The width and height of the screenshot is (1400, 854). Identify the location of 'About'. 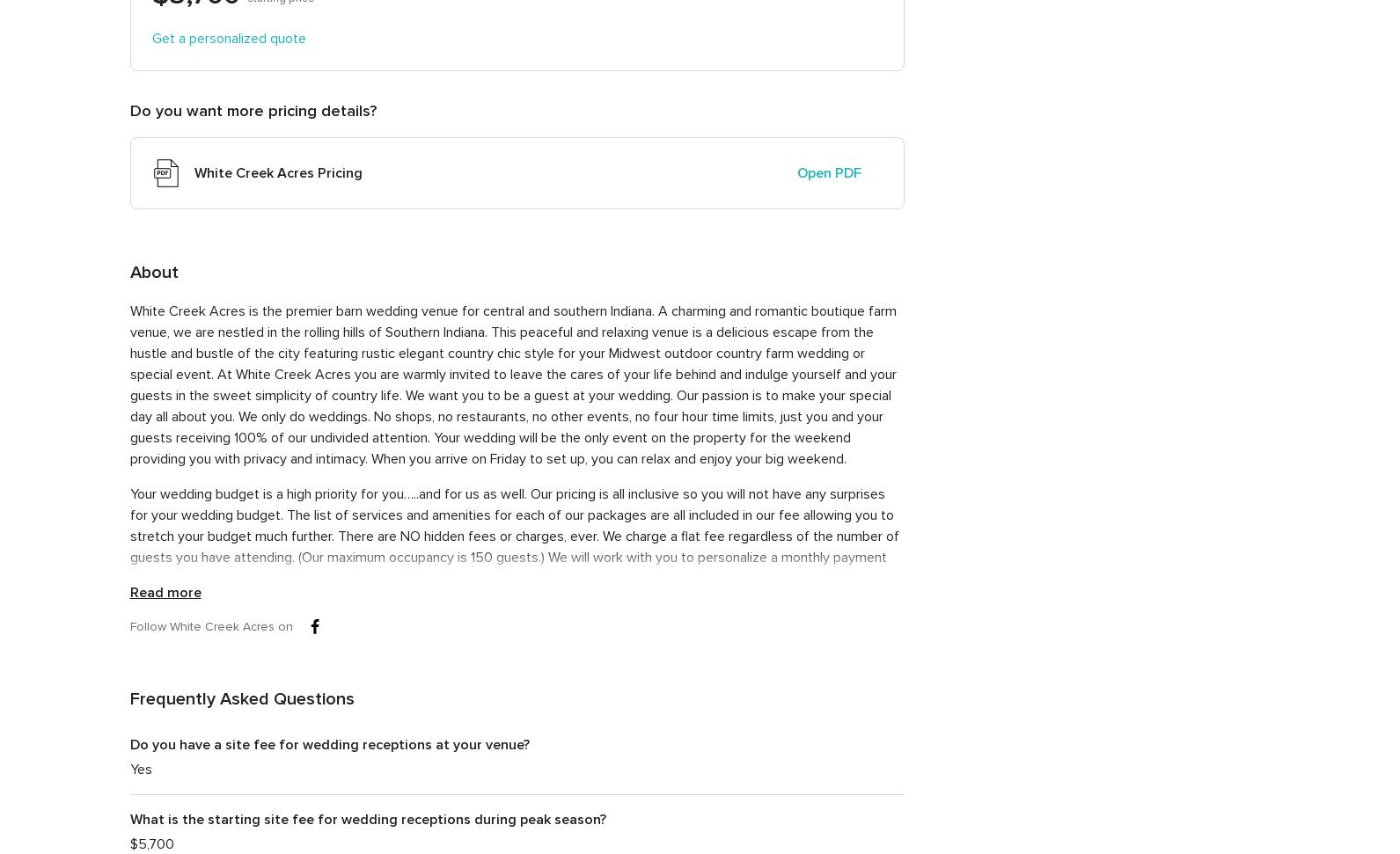
(152, 272).